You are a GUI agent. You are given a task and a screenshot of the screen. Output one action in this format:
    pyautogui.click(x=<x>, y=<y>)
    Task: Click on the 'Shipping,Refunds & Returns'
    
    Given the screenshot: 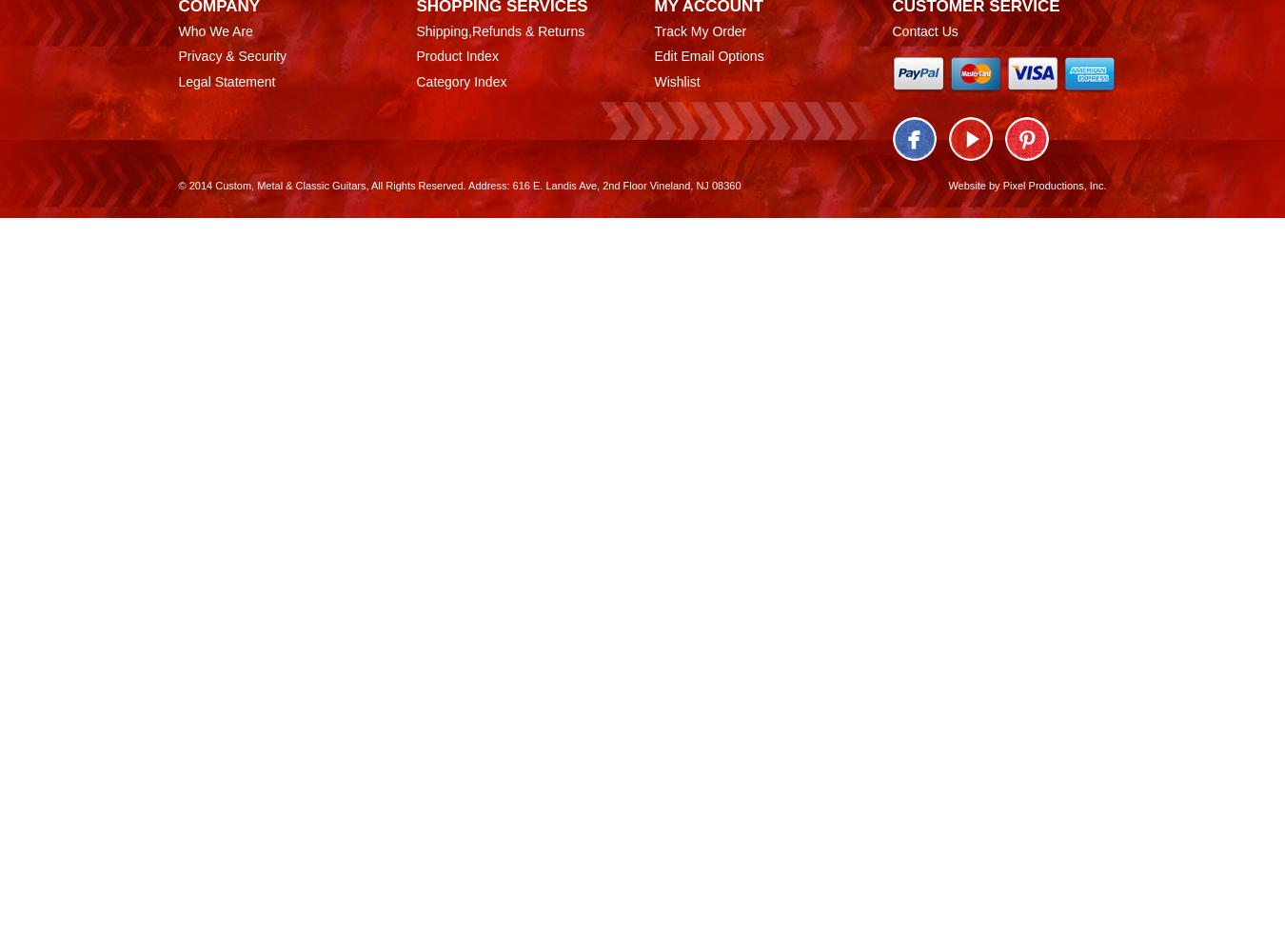 What is the action you would take?
    pyautogui.click(x=499, y=30)
    